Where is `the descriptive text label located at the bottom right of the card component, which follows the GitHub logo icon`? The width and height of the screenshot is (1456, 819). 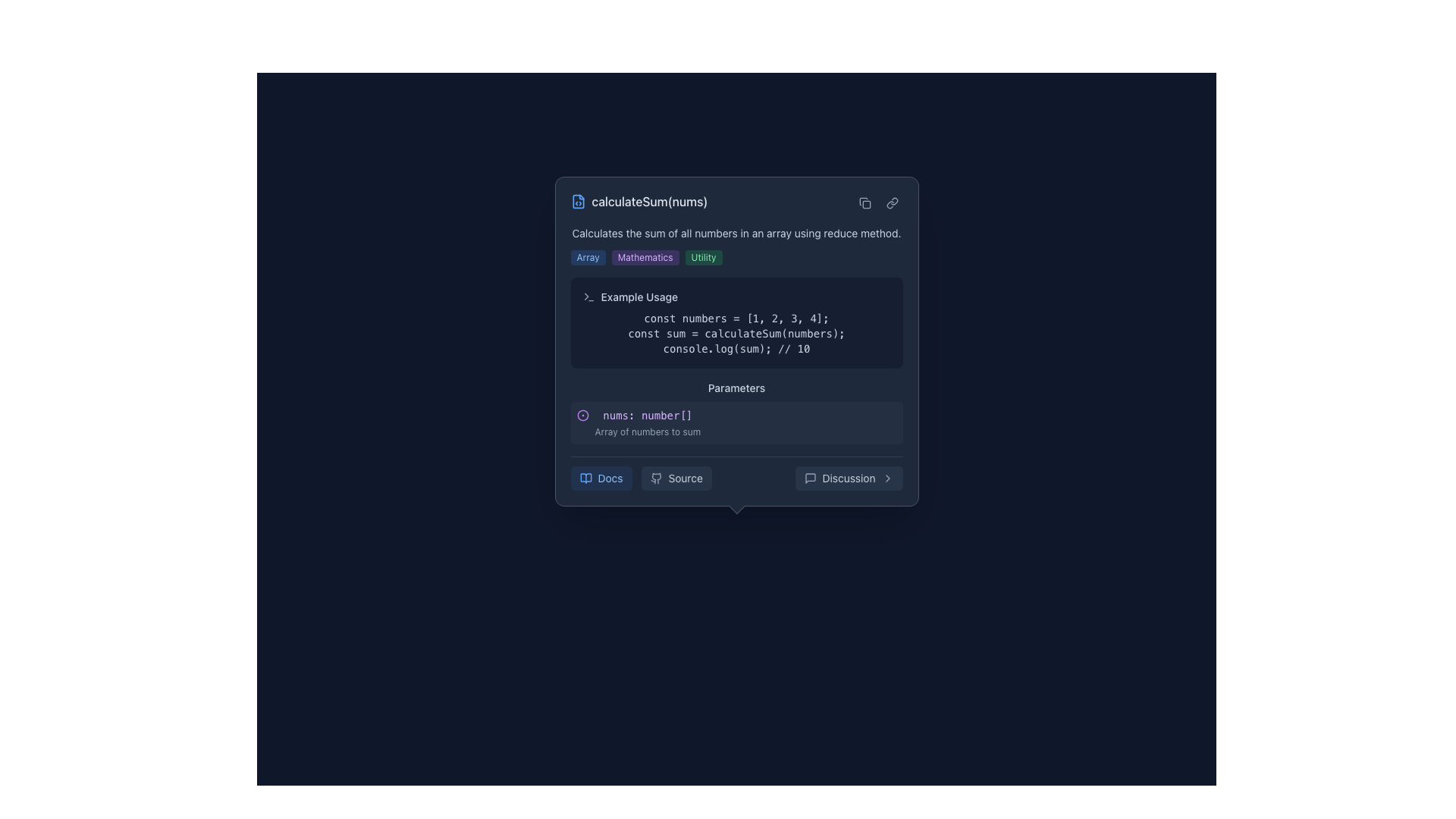
the descriptive text label located at the bottom right of the card component, which follows the GitHub logo icon is located at coordinates (685, 479).